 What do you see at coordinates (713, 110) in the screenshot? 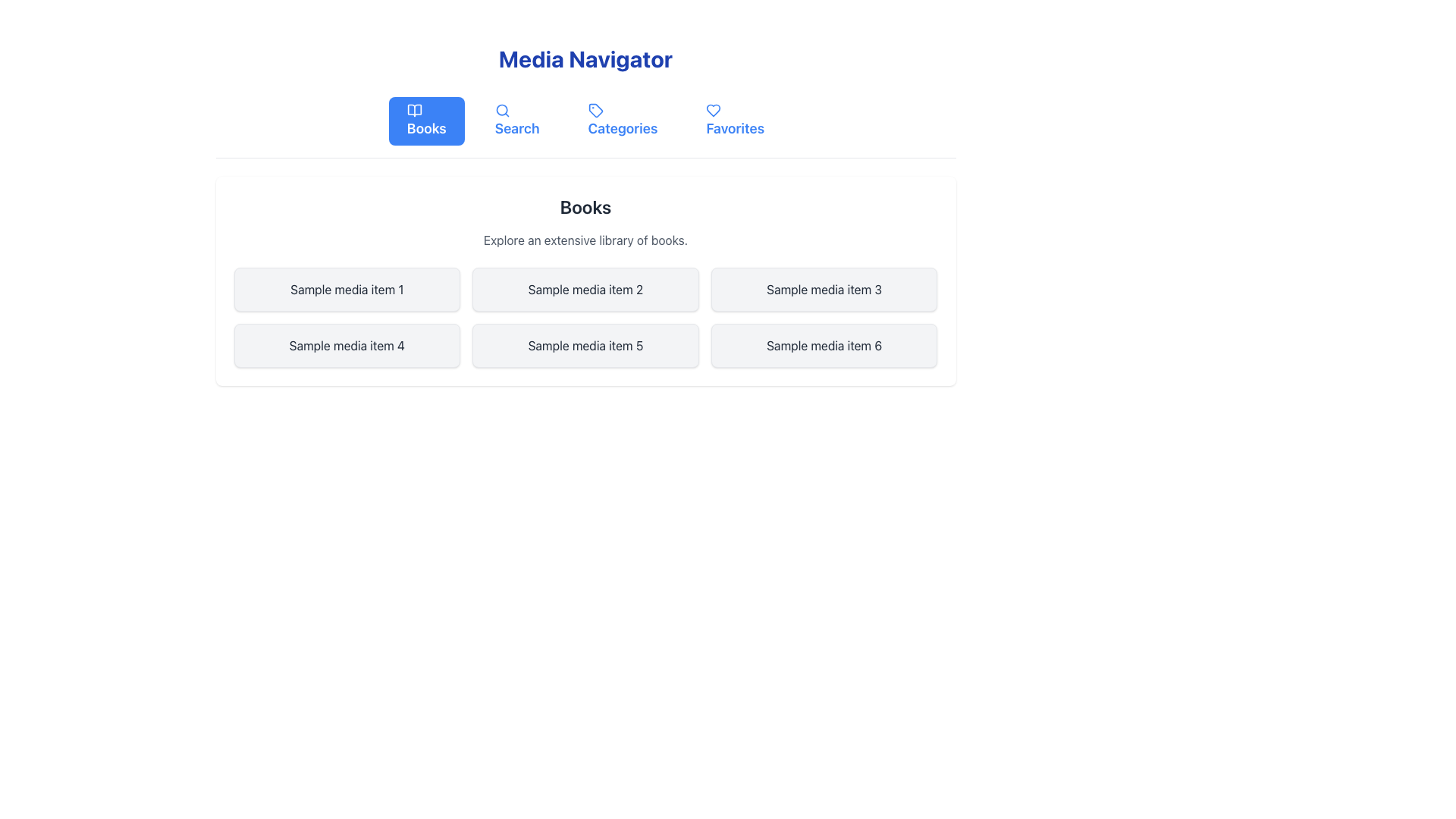
I see `the heart-shaped icon outlined in blue in the toolbar` at bounding box center [713, 110].